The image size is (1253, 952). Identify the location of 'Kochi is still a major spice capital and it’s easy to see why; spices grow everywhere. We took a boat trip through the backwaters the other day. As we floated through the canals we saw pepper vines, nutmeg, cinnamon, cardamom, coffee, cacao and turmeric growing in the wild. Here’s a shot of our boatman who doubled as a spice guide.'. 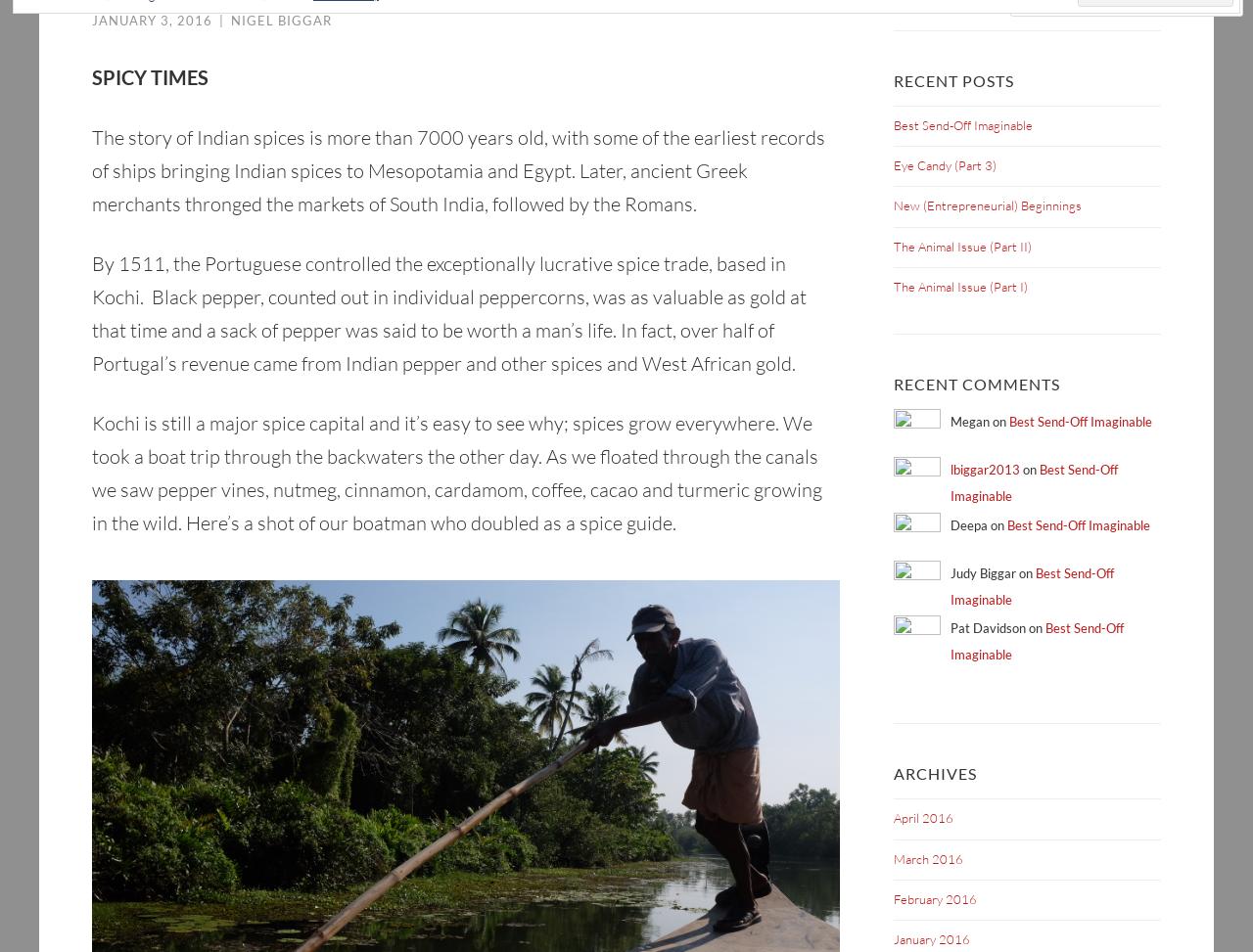
(455, 473).